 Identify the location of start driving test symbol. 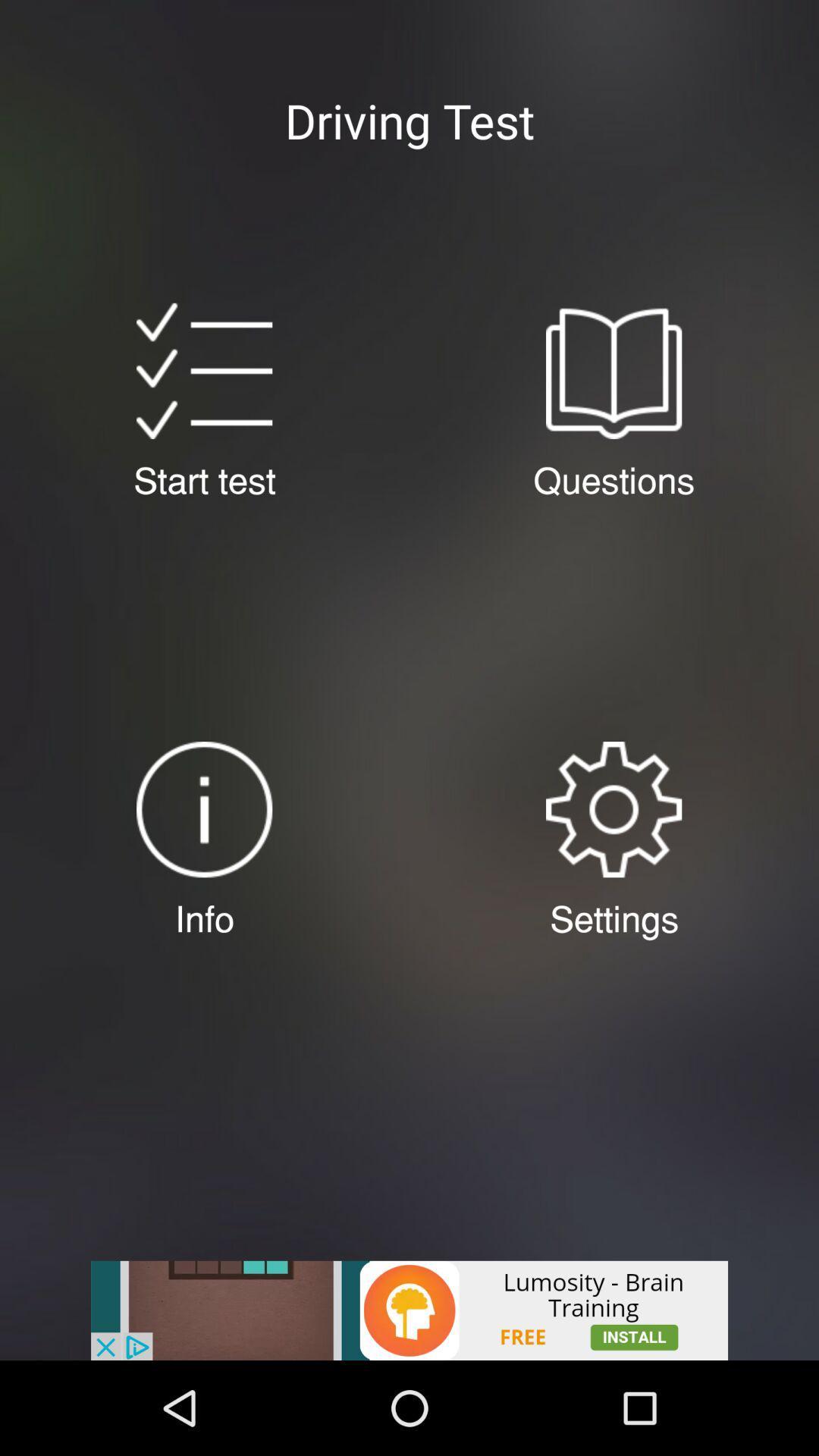
(203, 371).